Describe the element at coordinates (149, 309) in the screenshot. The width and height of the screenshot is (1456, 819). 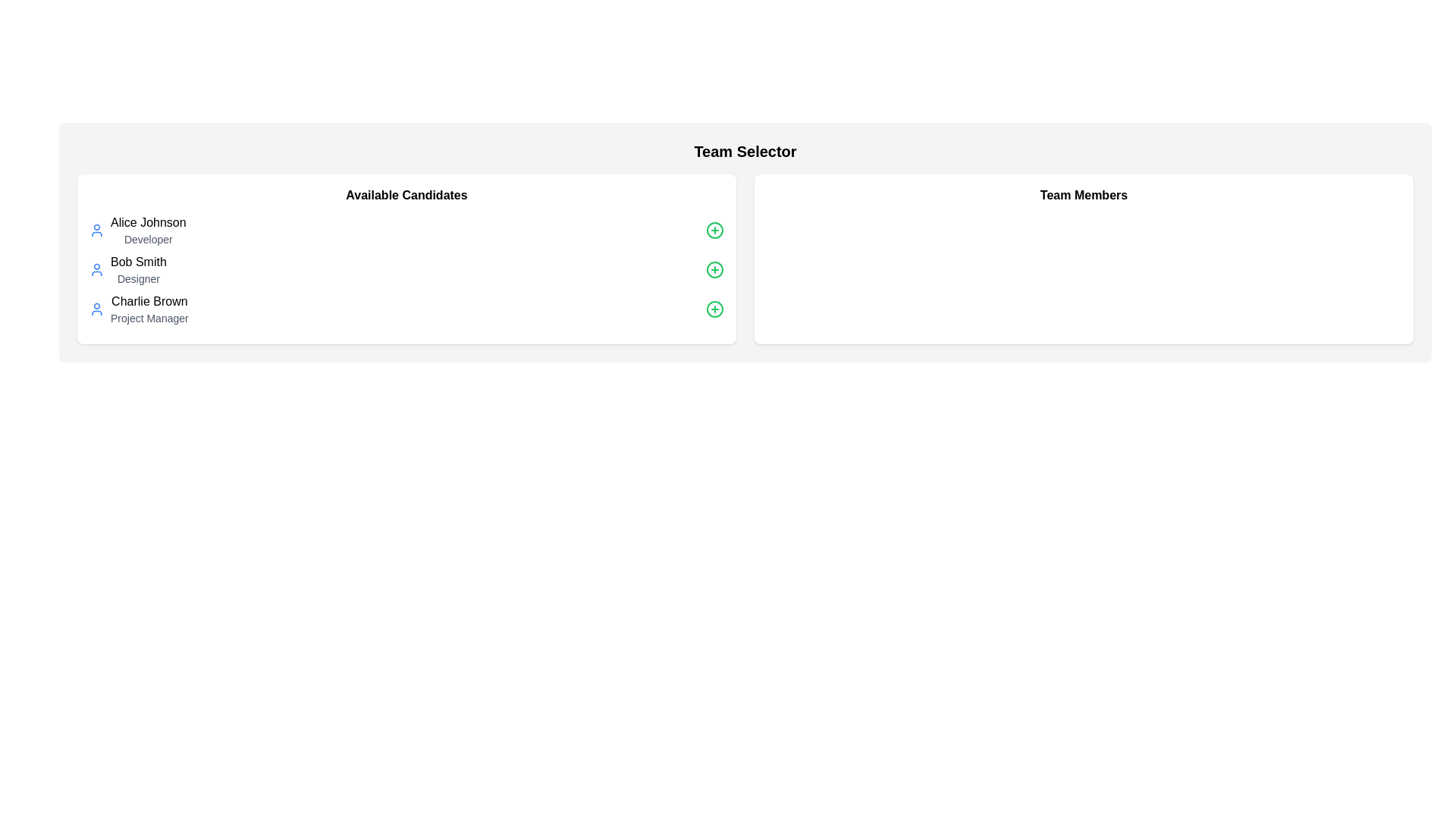
I see `the text label displaying the role description of the candidate in the 'Available Candidates' list, specifically the third item which provides information about an individual` at that location.